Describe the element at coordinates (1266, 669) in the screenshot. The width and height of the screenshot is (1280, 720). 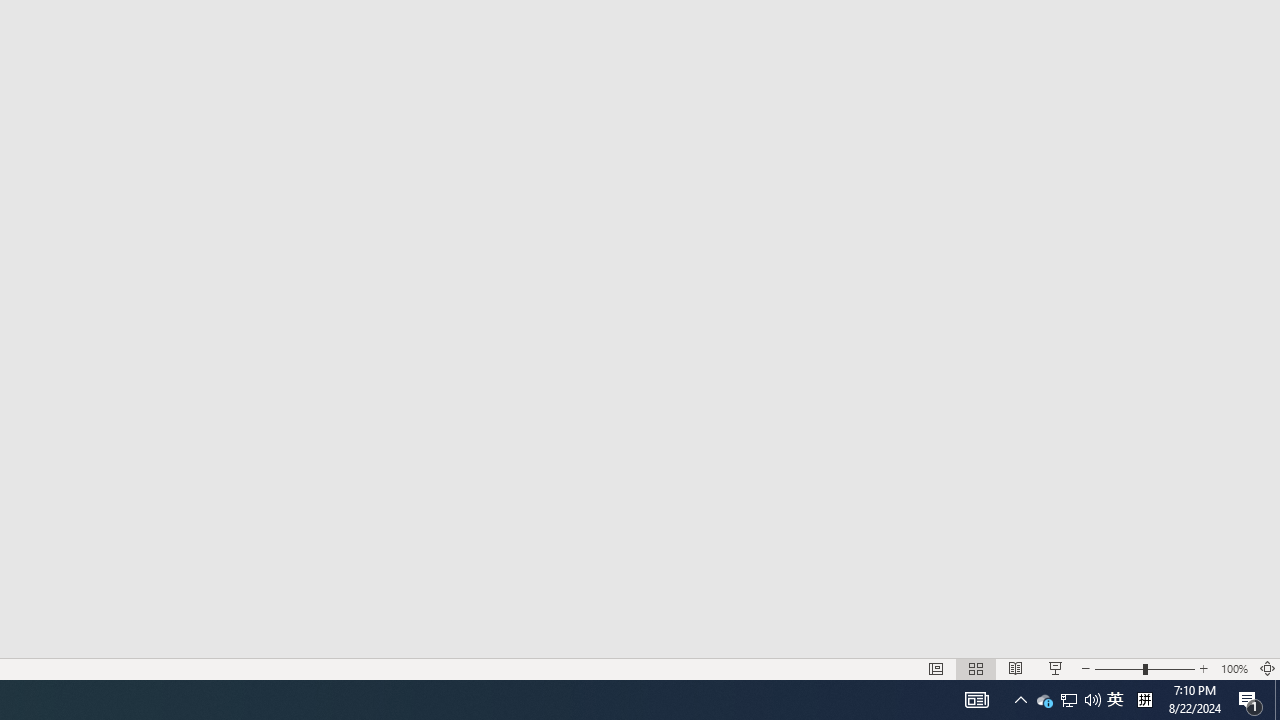
I see `'Zoom to Fit '` at that location.